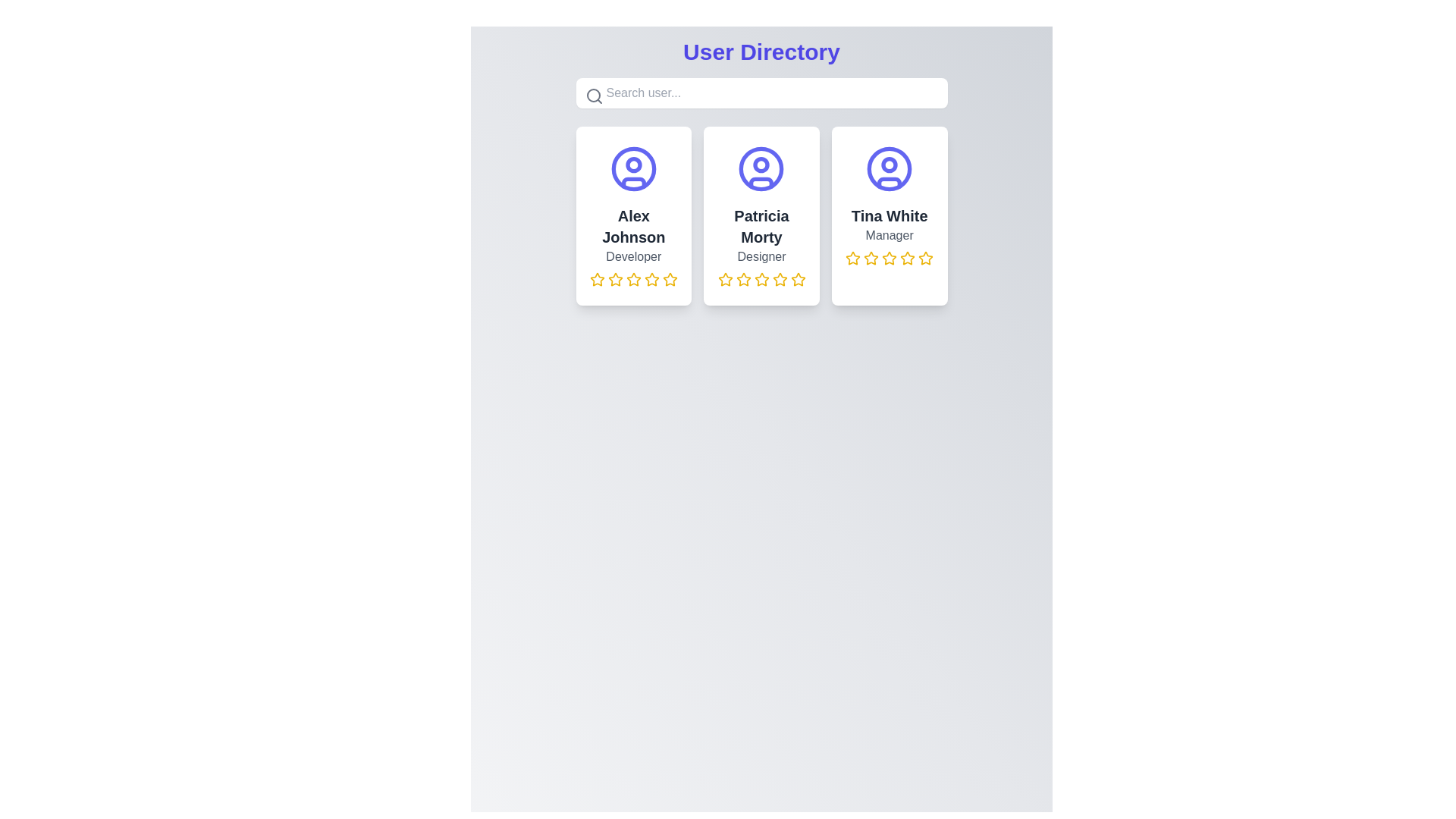  What do you see at coordinates (761, 256) in the screenshot?
I see `the text 'Designer' which is styled in gray and positioned below 'Patricia Morty' in the middle card of the layout` at bounding box center [761, 256].